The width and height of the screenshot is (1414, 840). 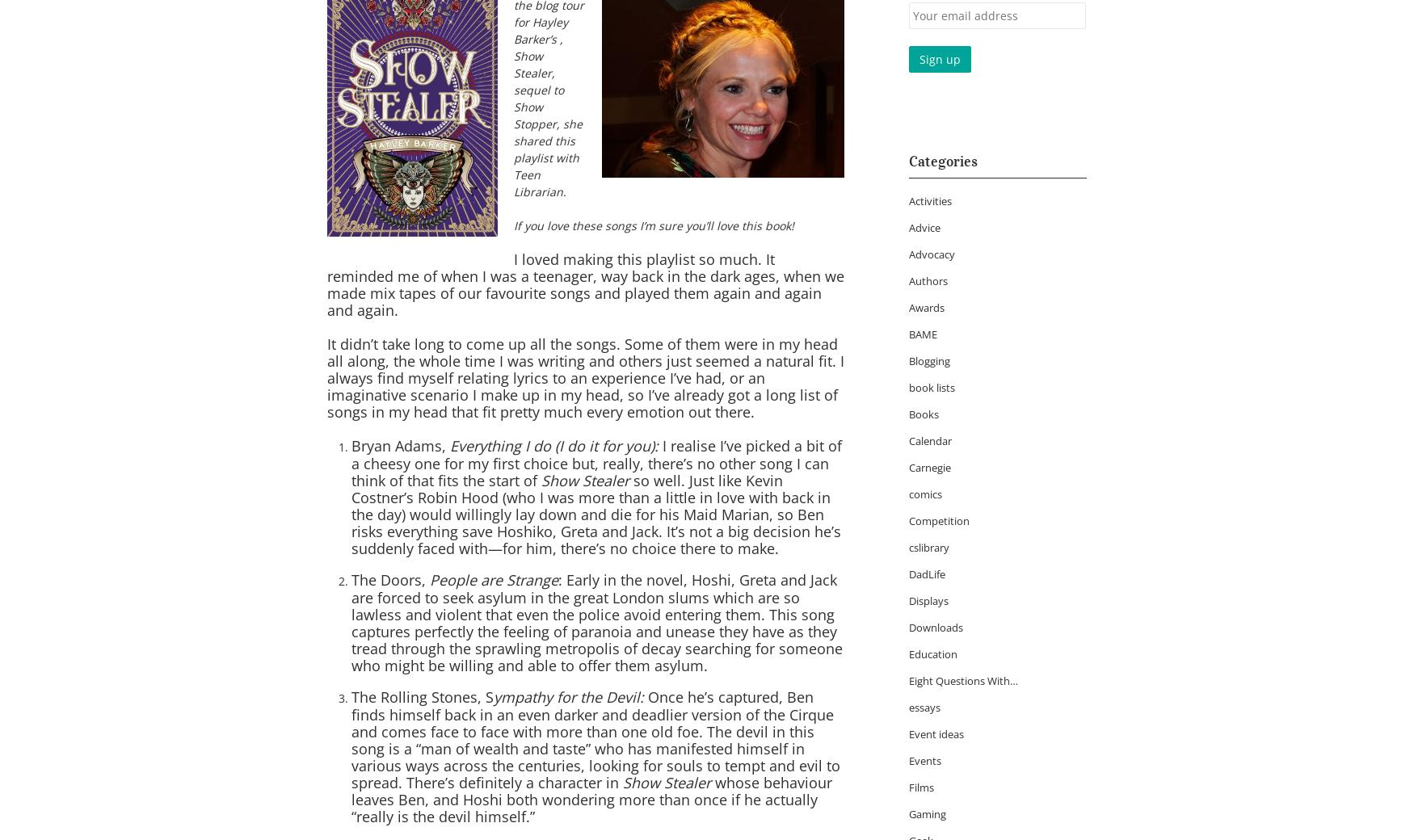 What do you see at coordinates (928, 601) in the screenshot?
I see `'Displays'` at bounding box center [928, 601].